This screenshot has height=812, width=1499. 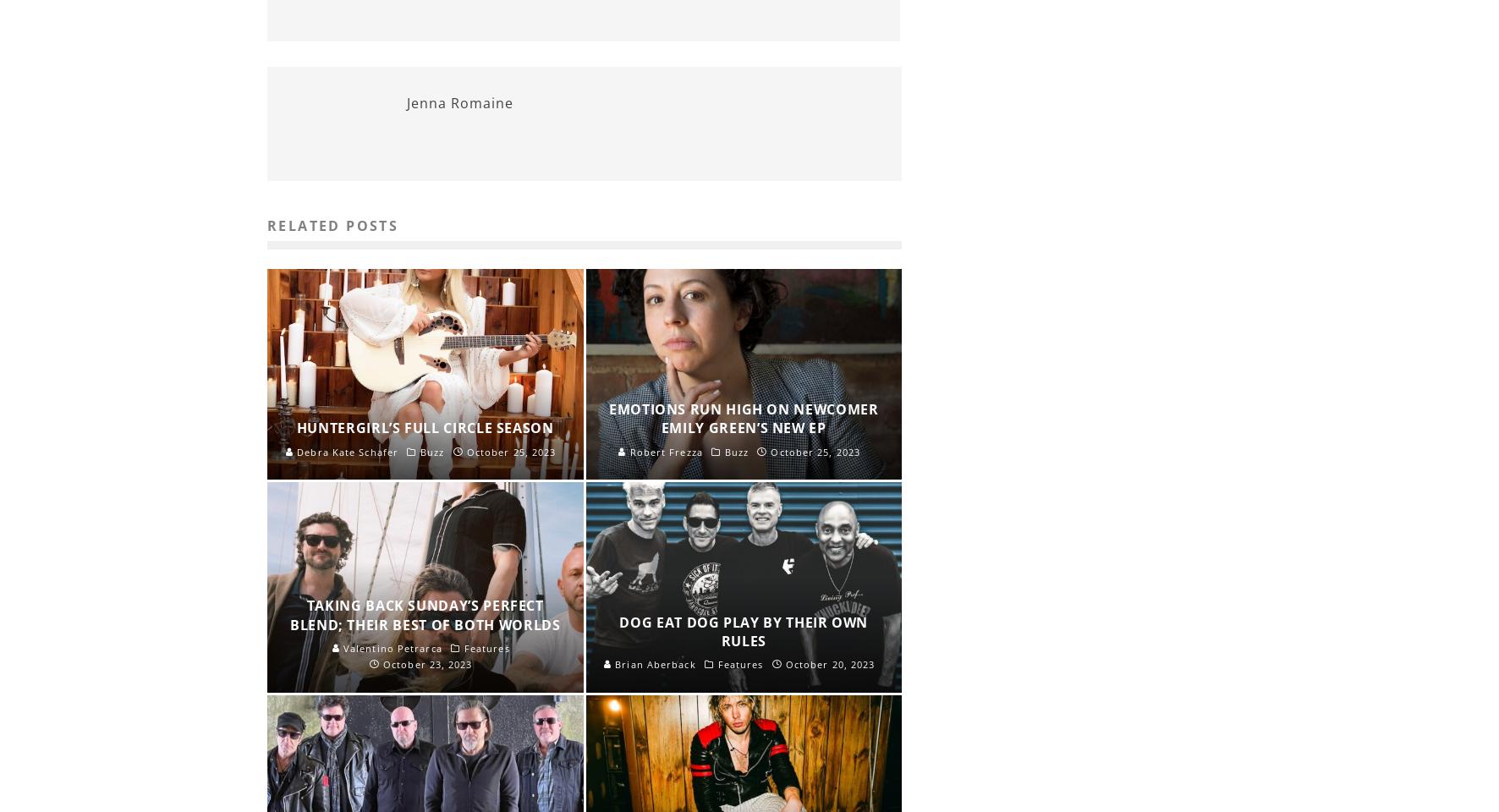 What do you see at coordinates (459, 101) in the screenshot?
I see `'Jenna Romaine'` at bounding box center [459, 101].